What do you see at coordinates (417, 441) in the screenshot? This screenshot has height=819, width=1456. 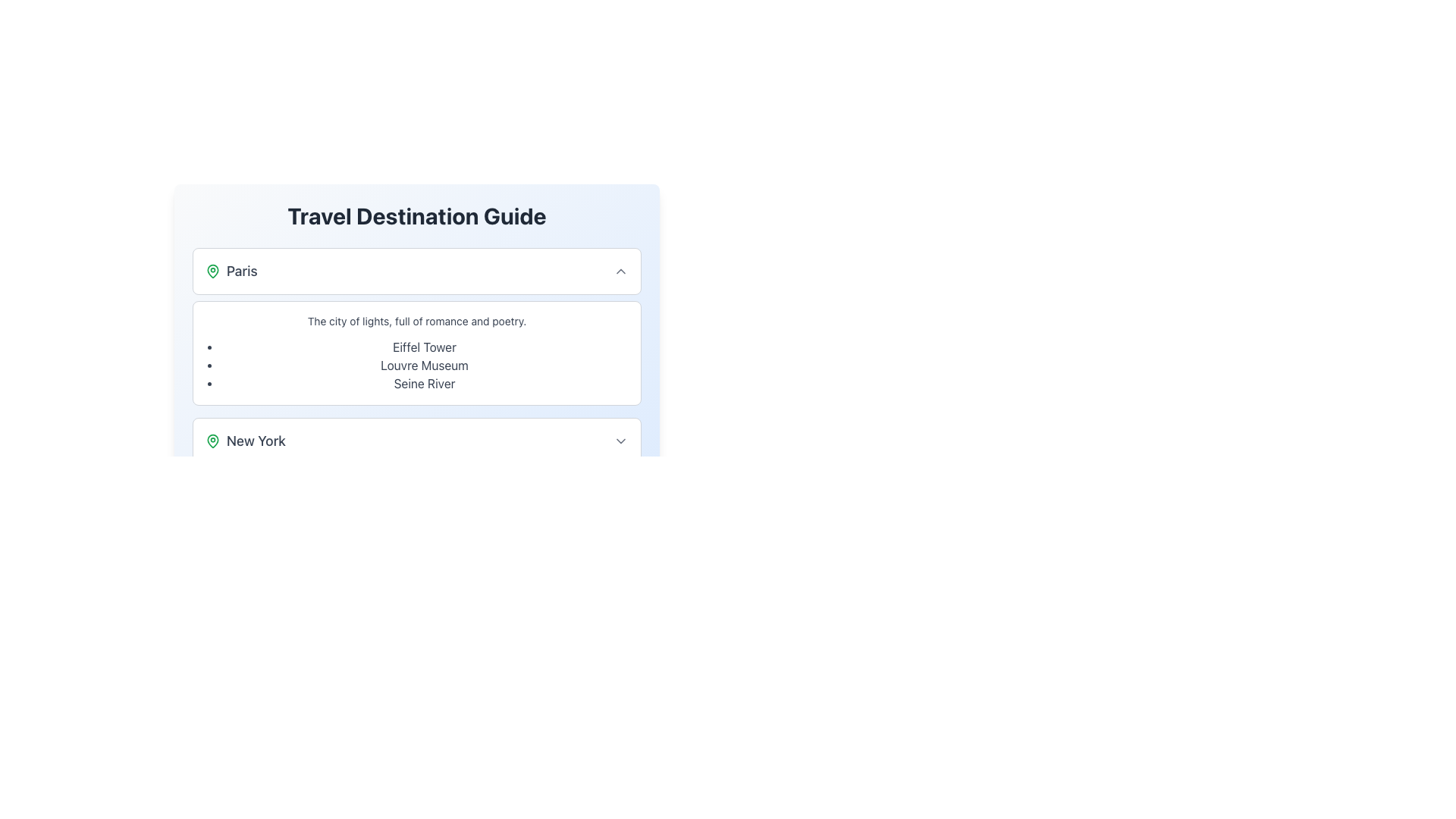 I see `on the selectable list item for 'New York'` at bounding box center [417, 441].